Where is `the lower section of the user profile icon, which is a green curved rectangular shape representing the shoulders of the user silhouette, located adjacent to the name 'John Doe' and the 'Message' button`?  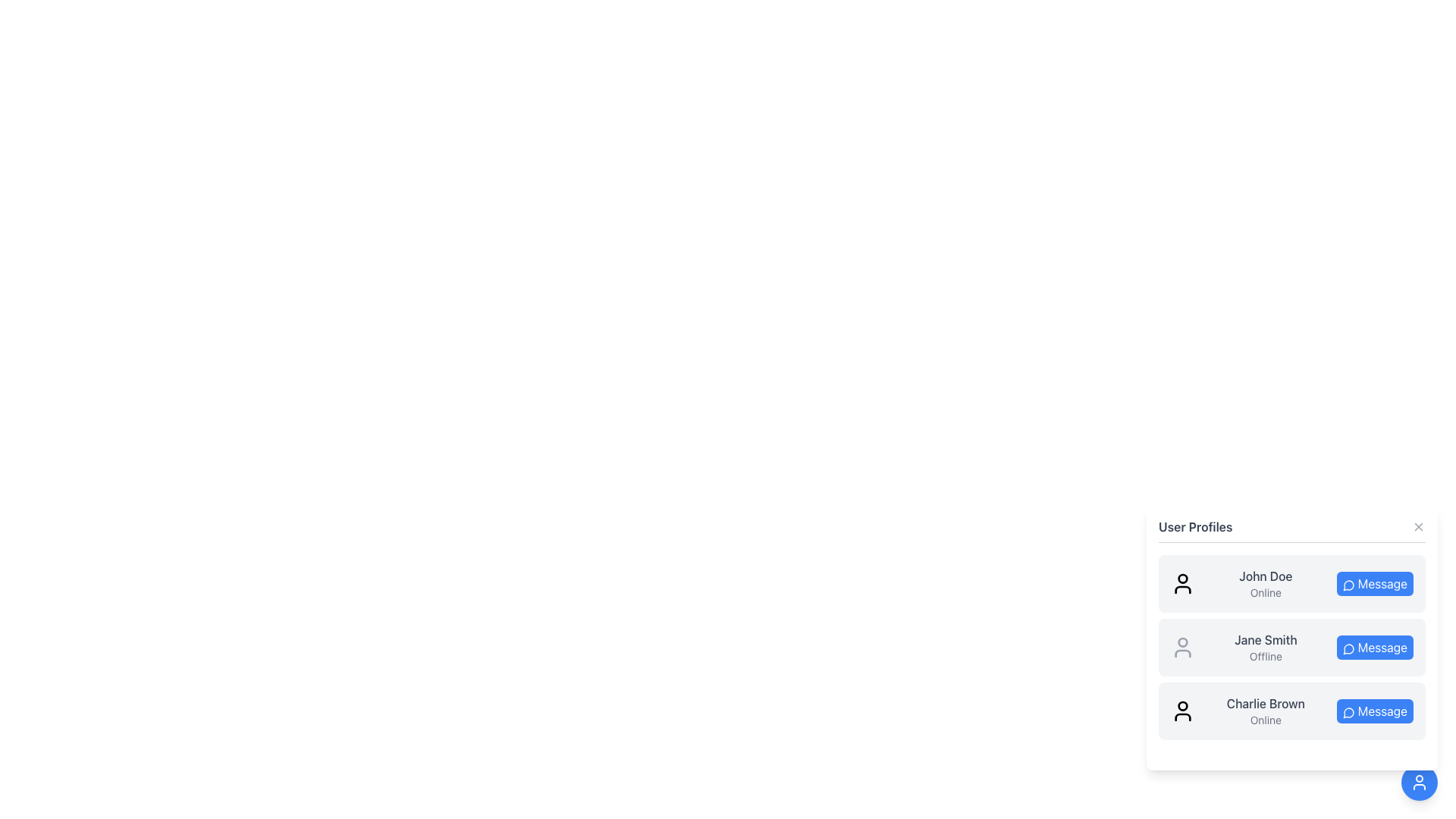 the lower section of the user profile icon, which is a green curved rectangular shape representing the shoulders of the user silhouette, located adjacent to the name 'John Doe' and the 'Message' button is located at coordinates (1182, 589).